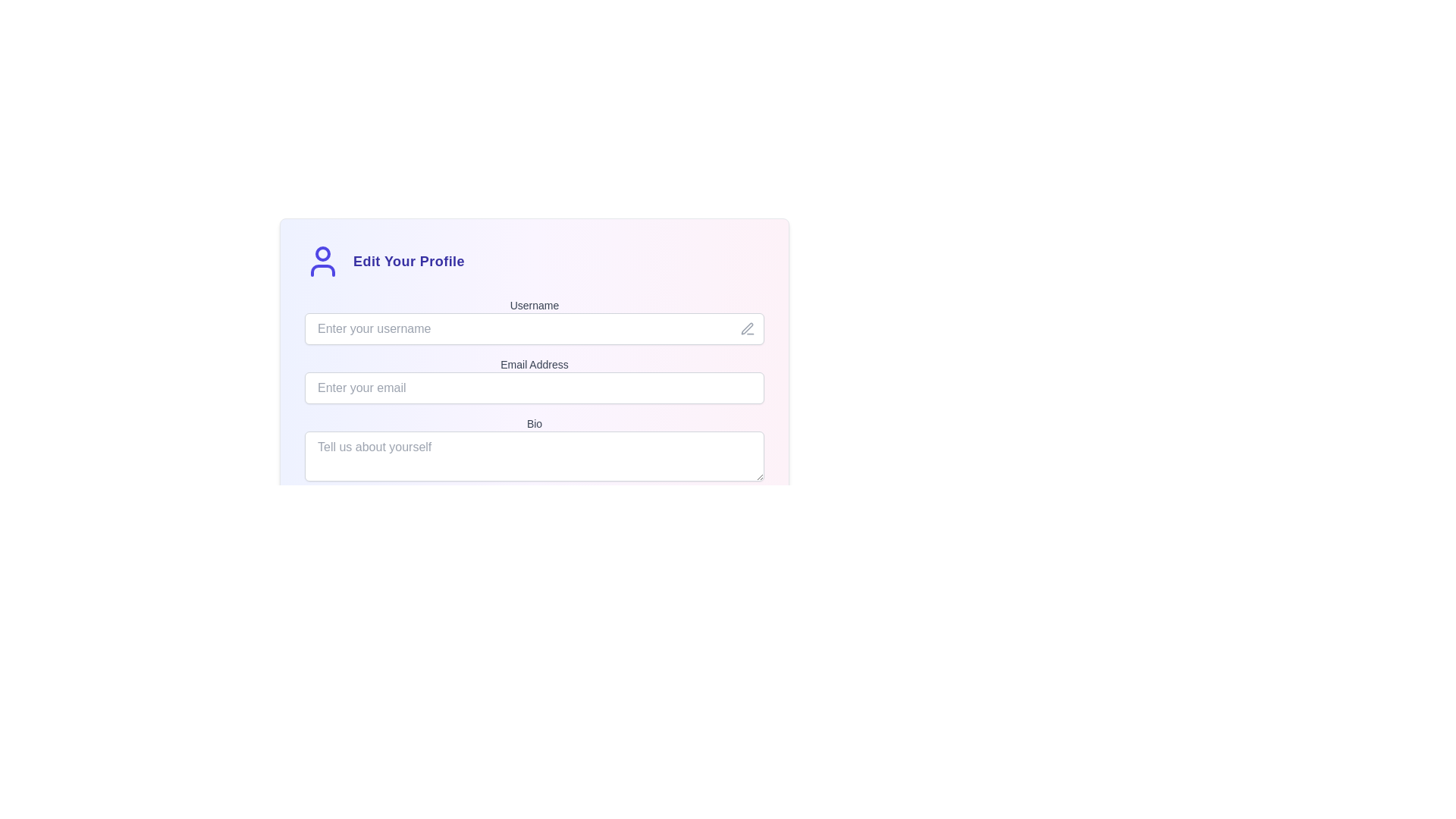 The image size is (1456, 819). What do you see at coordinates (747, 328) in the screenshot?
I see `the edit icon located to the right of the 'Username' input field` at bounding box center [747, 328].